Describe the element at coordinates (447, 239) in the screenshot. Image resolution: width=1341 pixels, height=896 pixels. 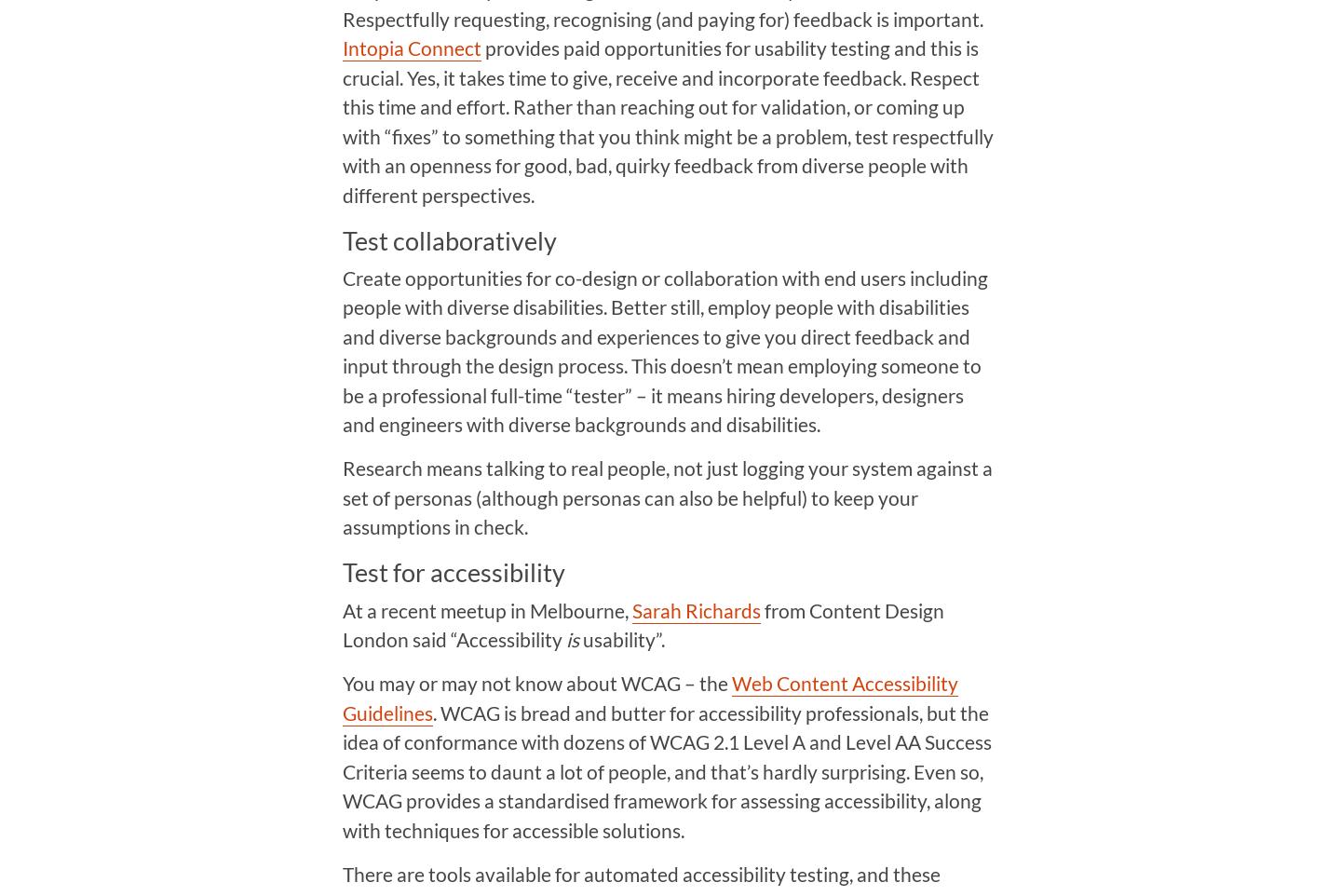
I see `'Test collaboratively'` at that location.